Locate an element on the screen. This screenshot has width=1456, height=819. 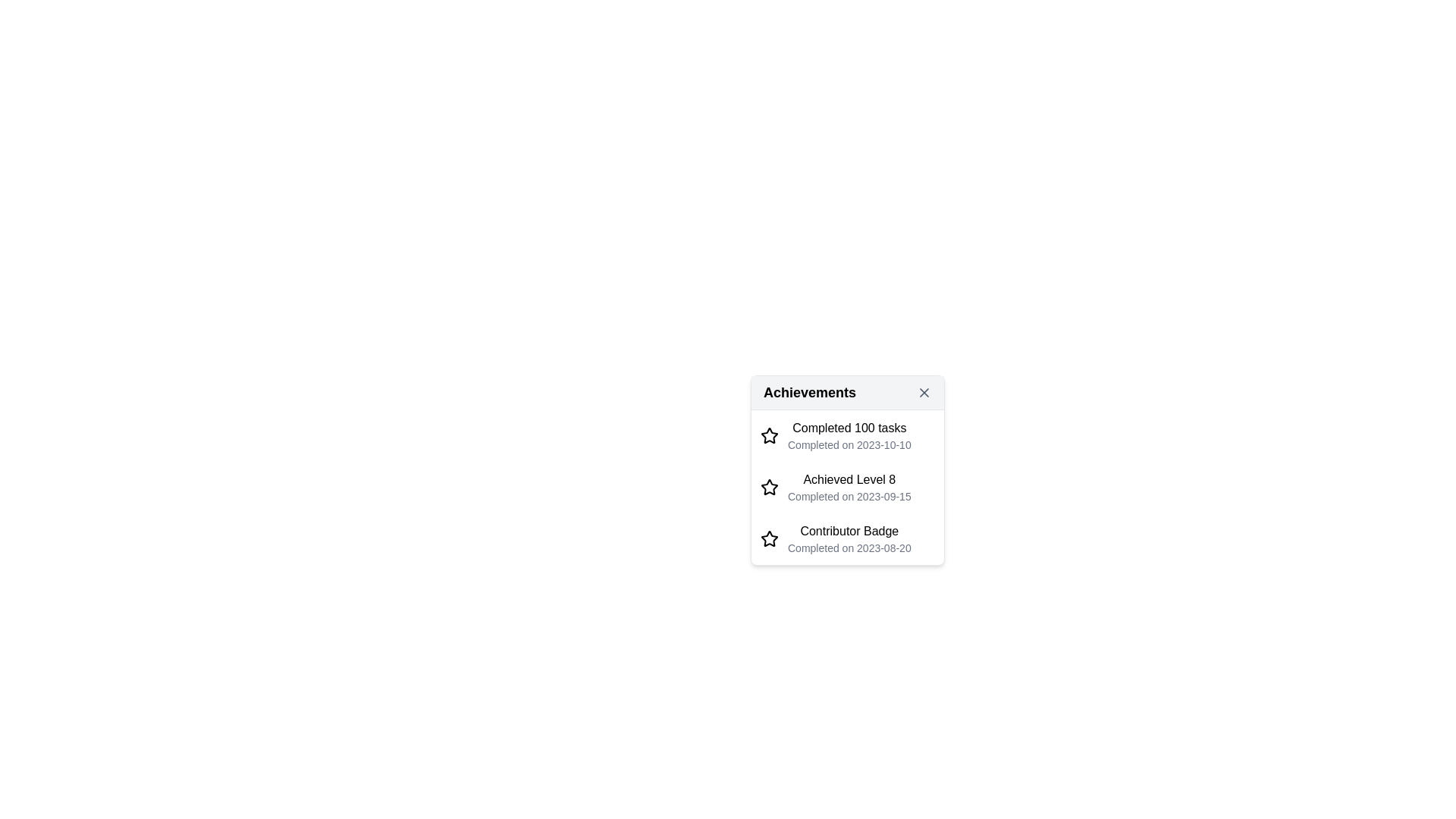
the star icon that represents the achievement 'Completed 100 tasks' located under the 'Achievements' panel is located at coordinates (769, 537).